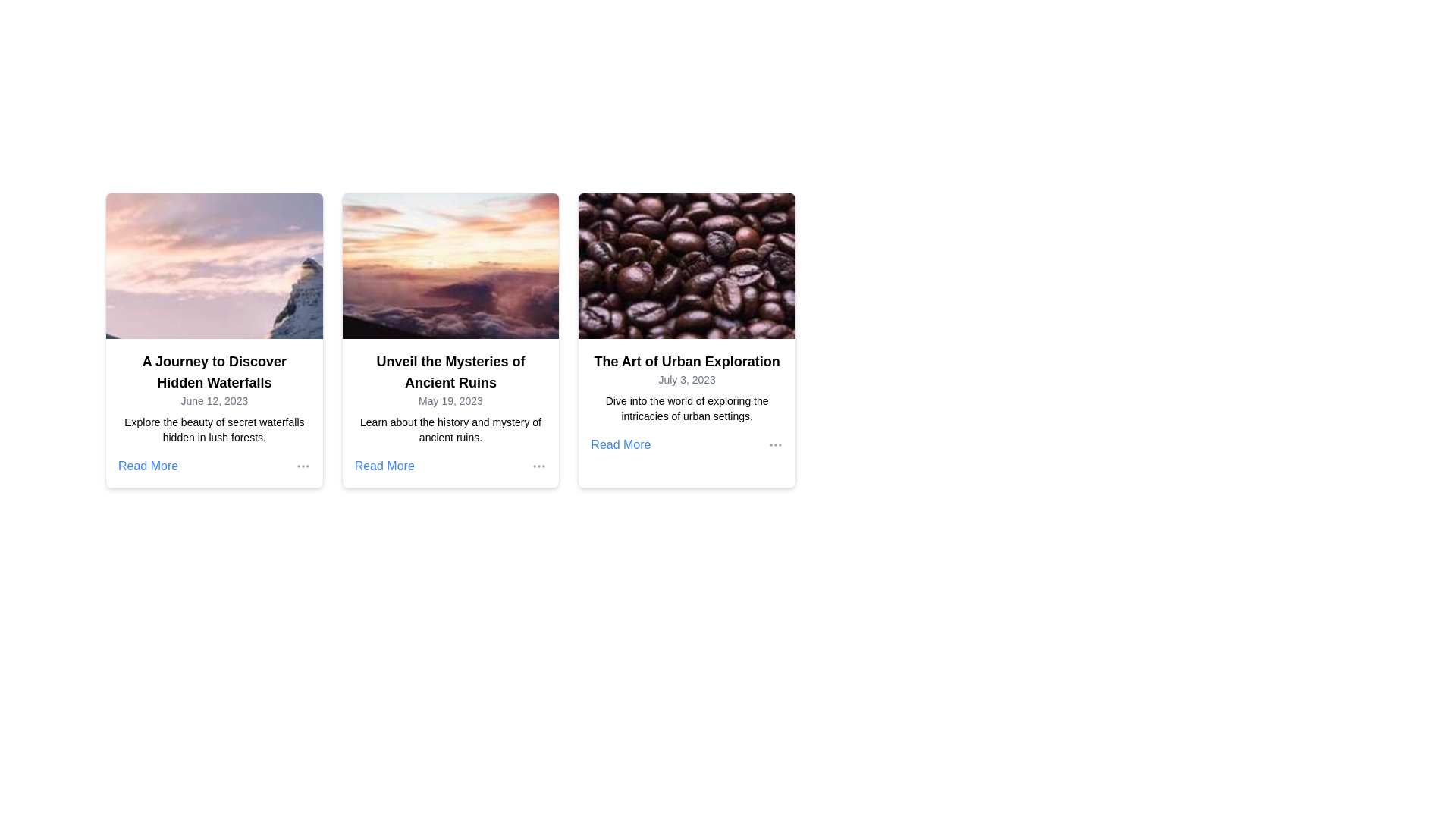 The height and width of the screenshot is (819, 1456). I want to click on the 'Read More' hyperlink, which is styled in blue with underline effects on hover, located in the bottom-left corner of the first card, so click(148, 465).